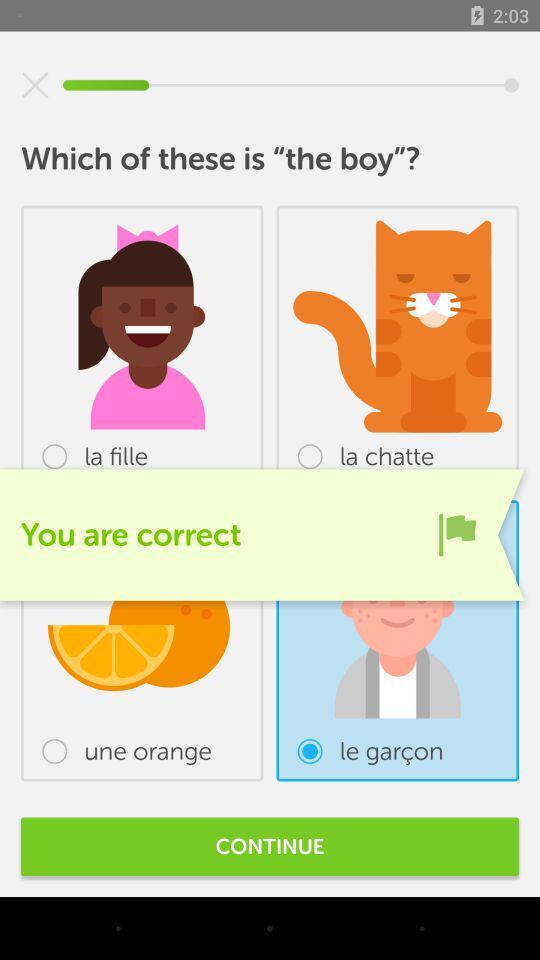 The width and height of the screenshot is (540, 960). Describe the element at coordinates (457, 533) in the screenshot. I see `the item below the la chatte` at that location.